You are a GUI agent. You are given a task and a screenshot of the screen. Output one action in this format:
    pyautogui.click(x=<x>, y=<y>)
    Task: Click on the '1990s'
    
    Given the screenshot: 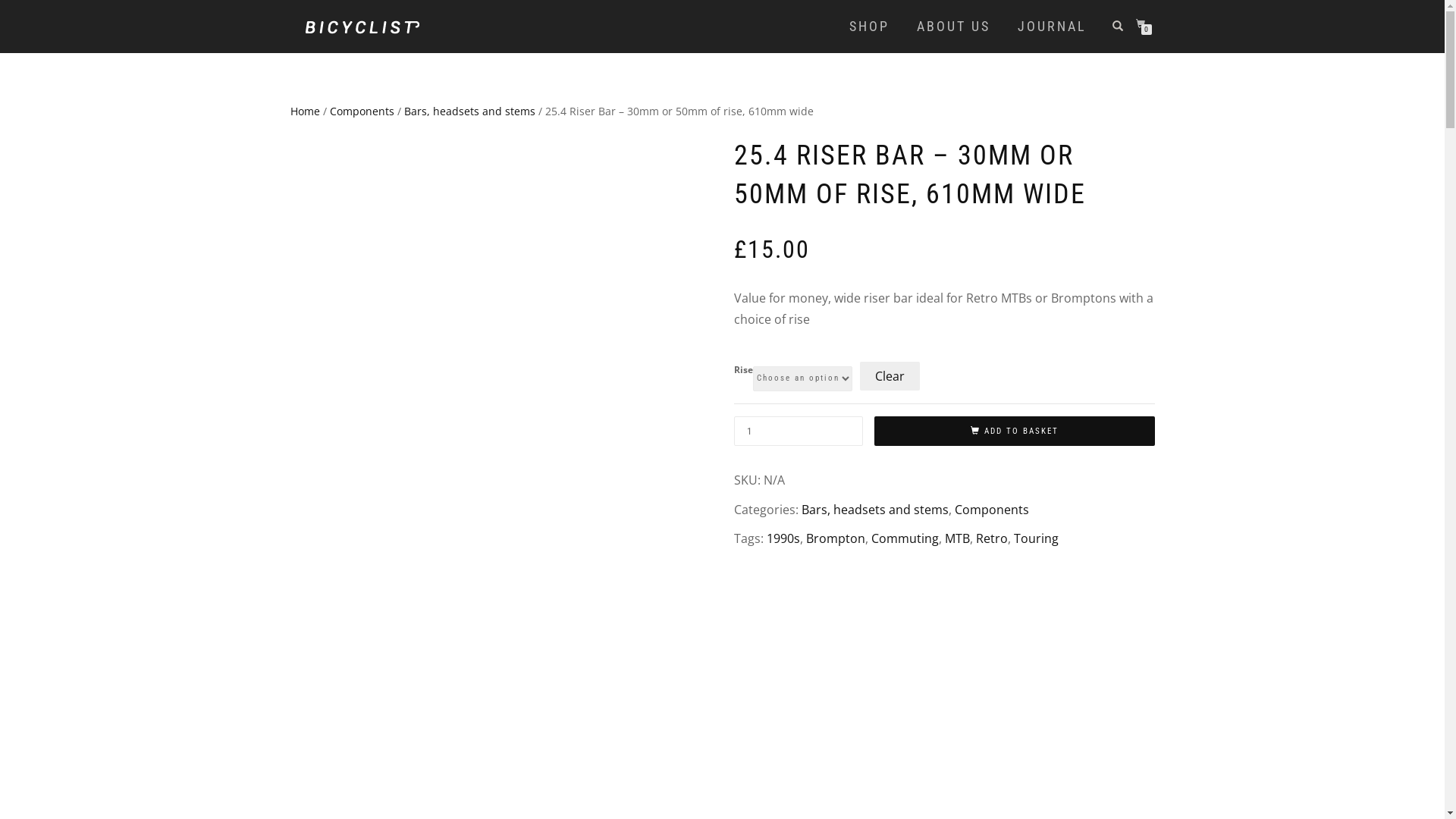 What is the action you would take?
    pyautogui.click(x=783, y=537)
    